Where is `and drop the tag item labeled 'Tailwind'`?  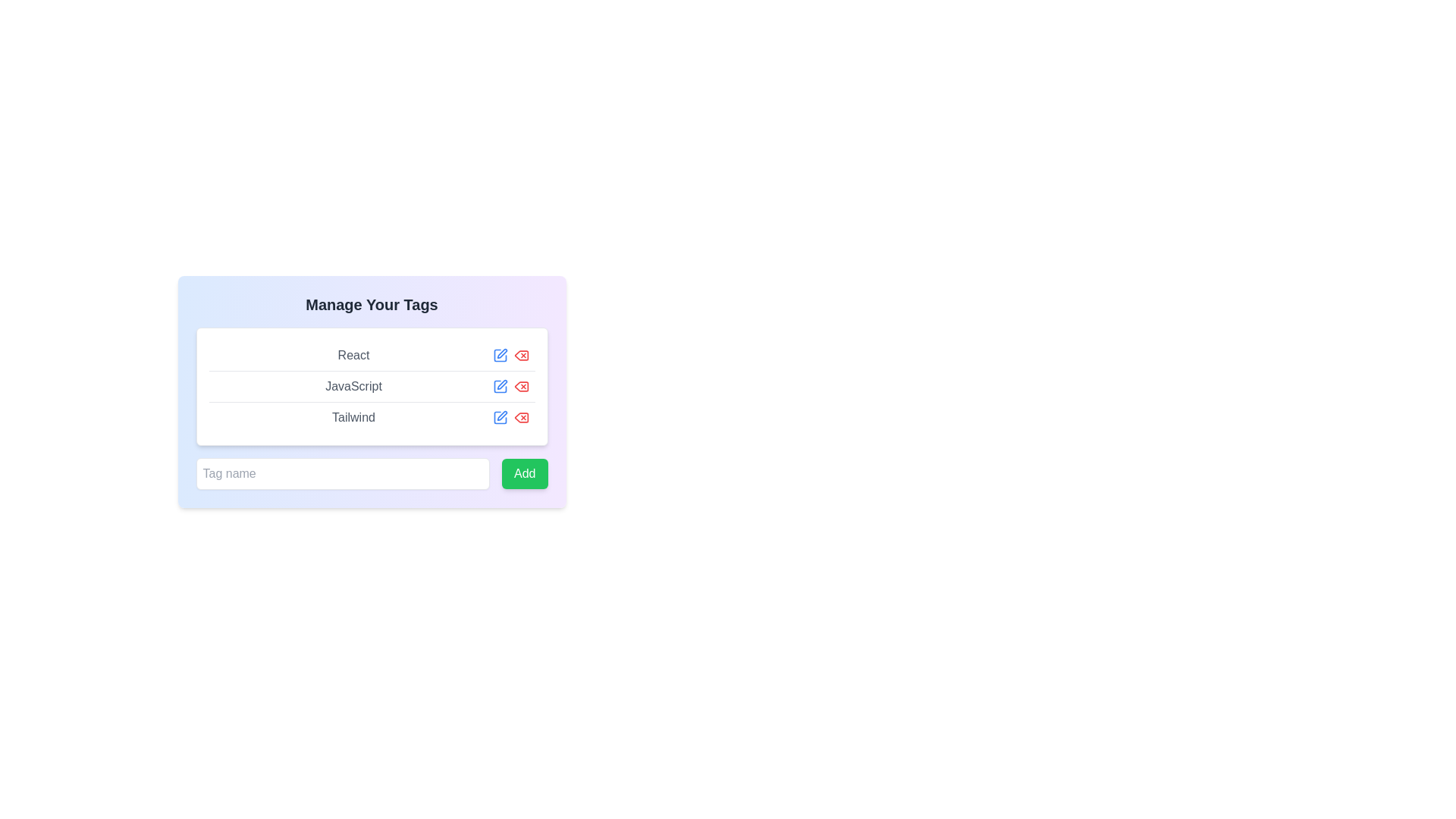 and drop the tag item labeled 'Tailwind' is located at coordinates (372, 417).